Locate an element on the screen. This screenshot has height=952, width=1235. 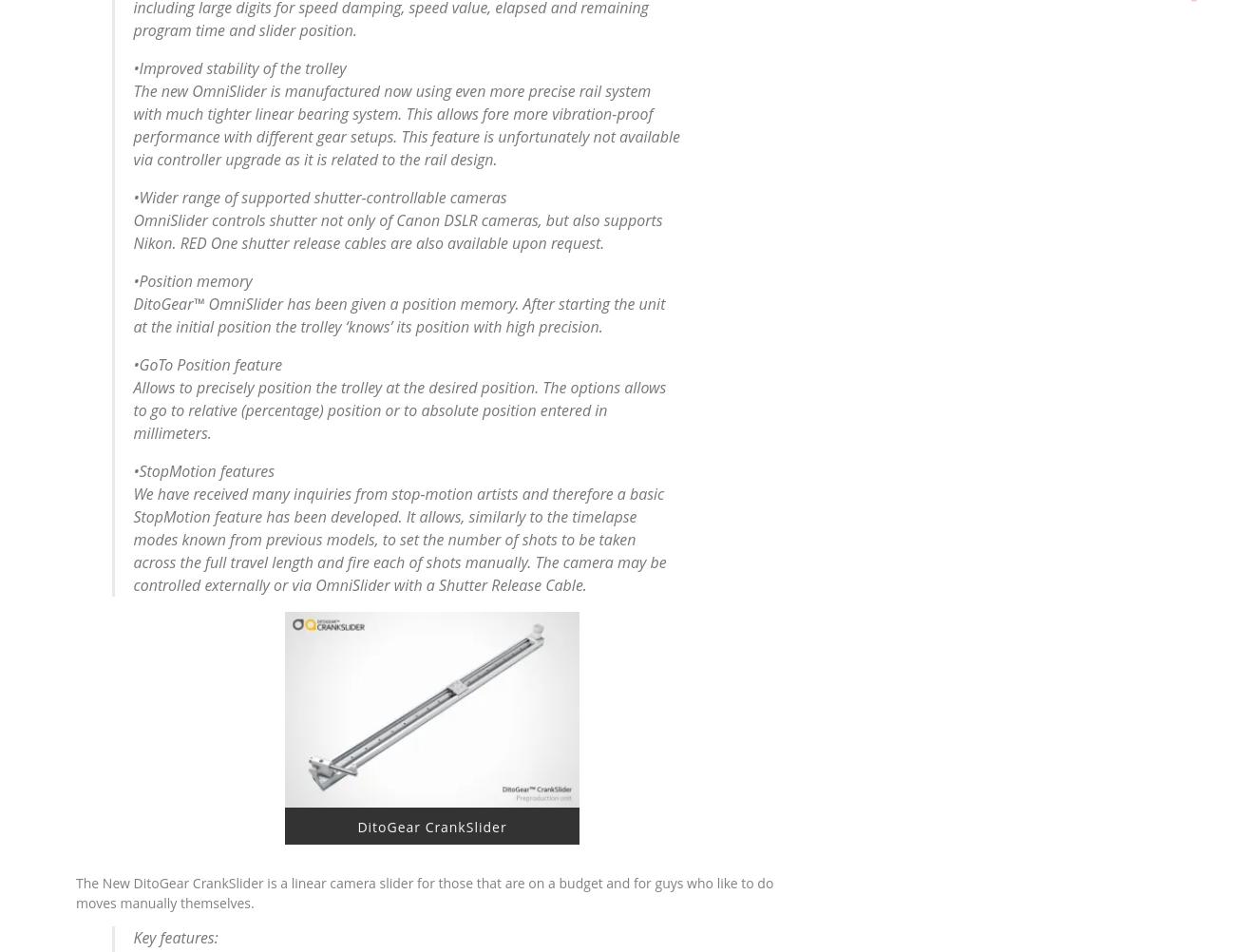
'The new OmniSlider is manufactured now using even more precise rail system with much tighter linear bearing system. This allows fore more vibration-proof performance with different gear setups. This feature is unfortunately not available via controller upgrade as it is related to the rail design.' is located at coordinates (406, 124).